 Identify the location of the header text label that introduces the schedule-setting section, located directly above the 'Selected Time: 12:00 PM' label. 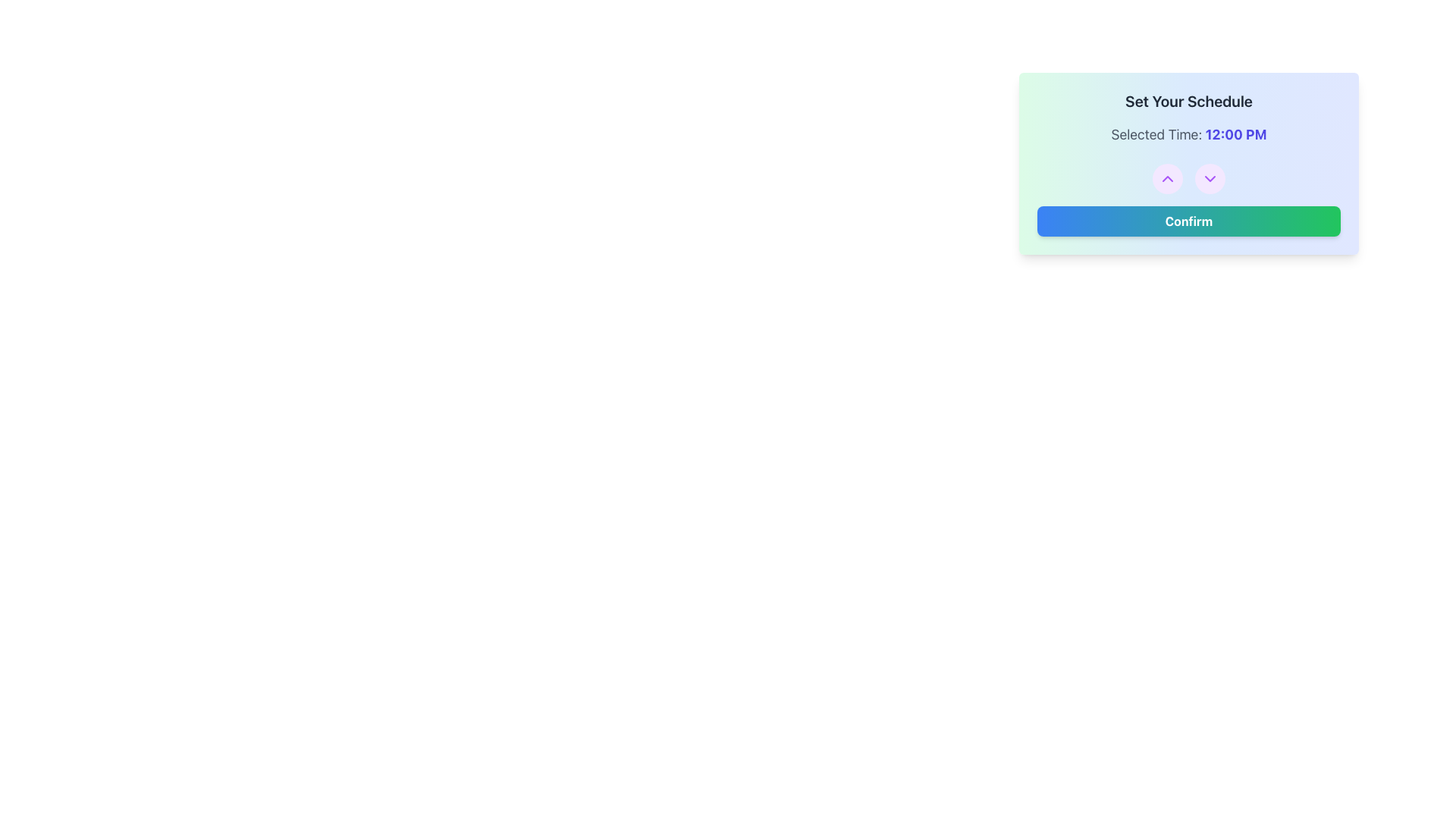
(1188, 102).